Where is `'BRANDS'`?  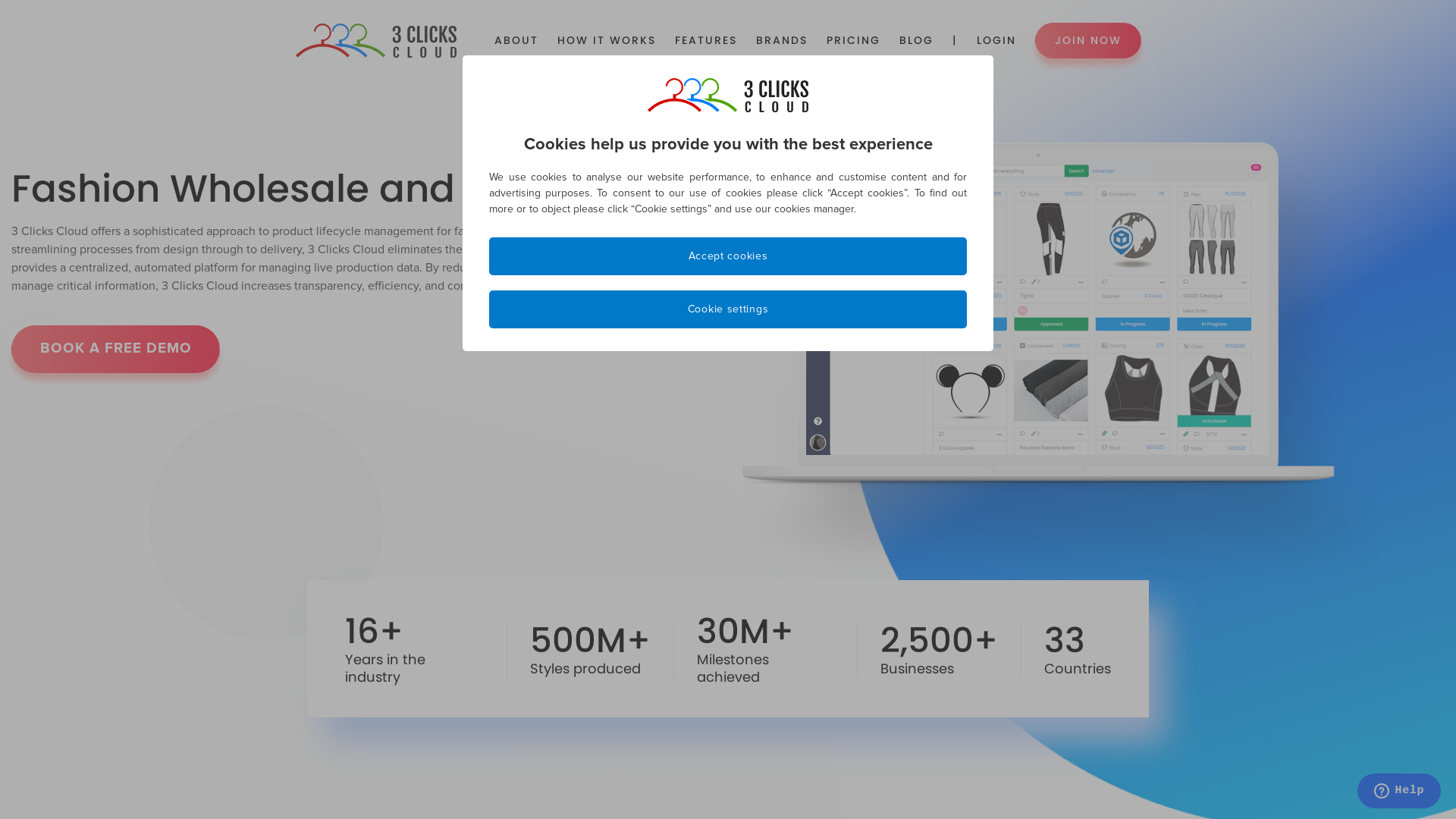 'BRANDS' is located at coordinates (782, 39).